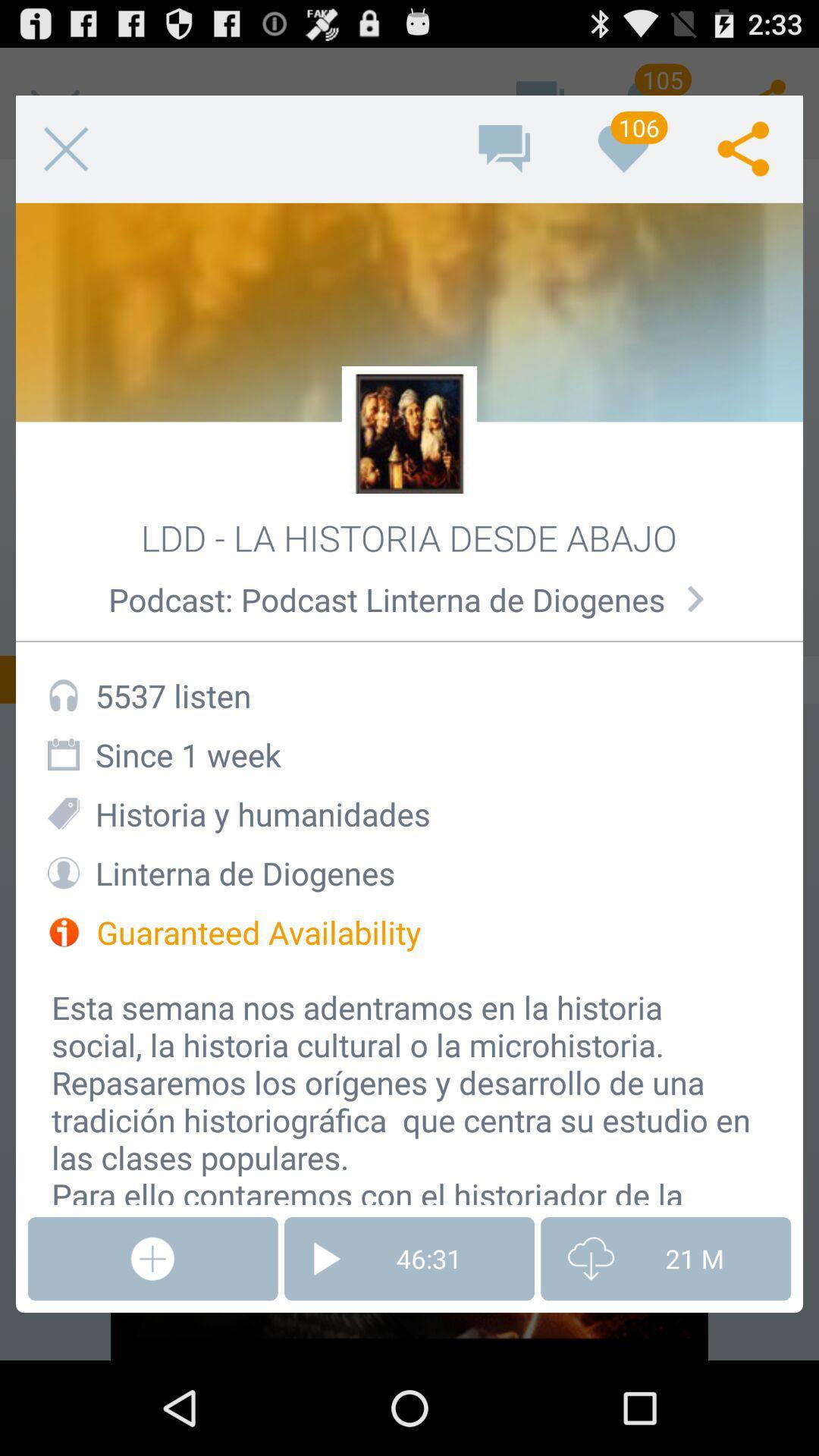  I want to click on the 21 m, so click(665, 1259).